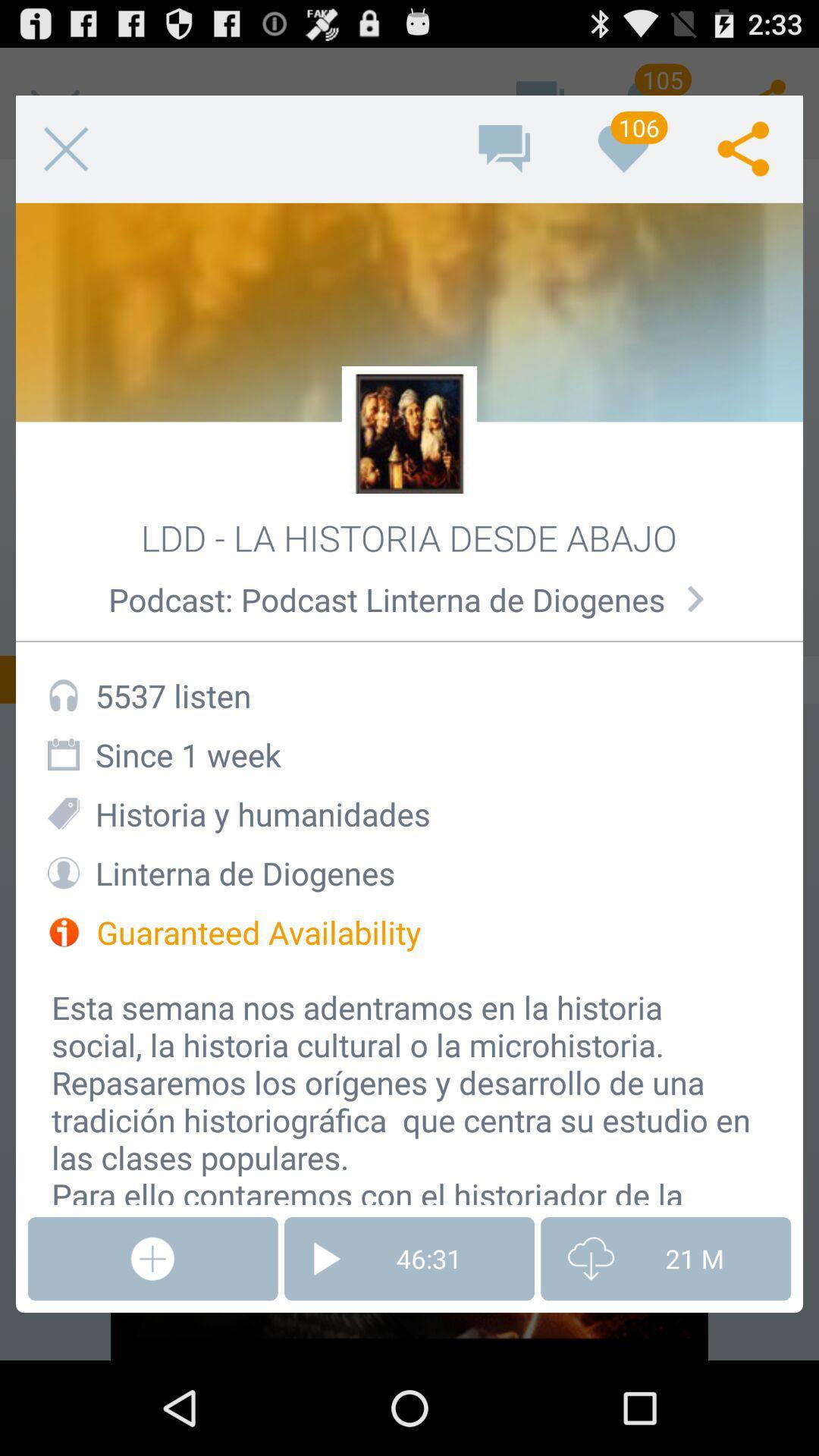  I want to click on the 21 m, so click(665, 1259).